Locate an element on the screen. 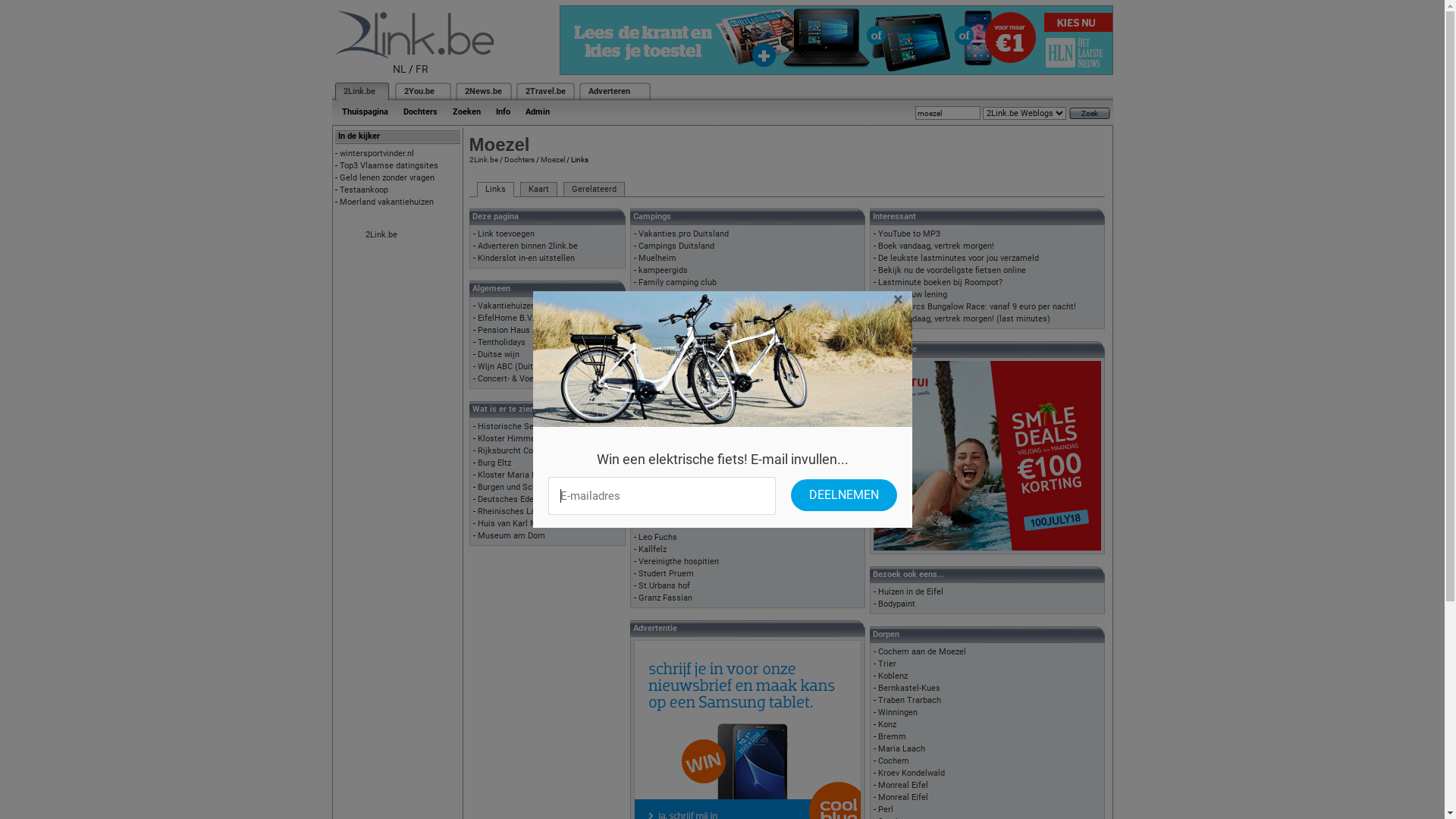  'Thuispagina' is located at coordinates (364, 111).